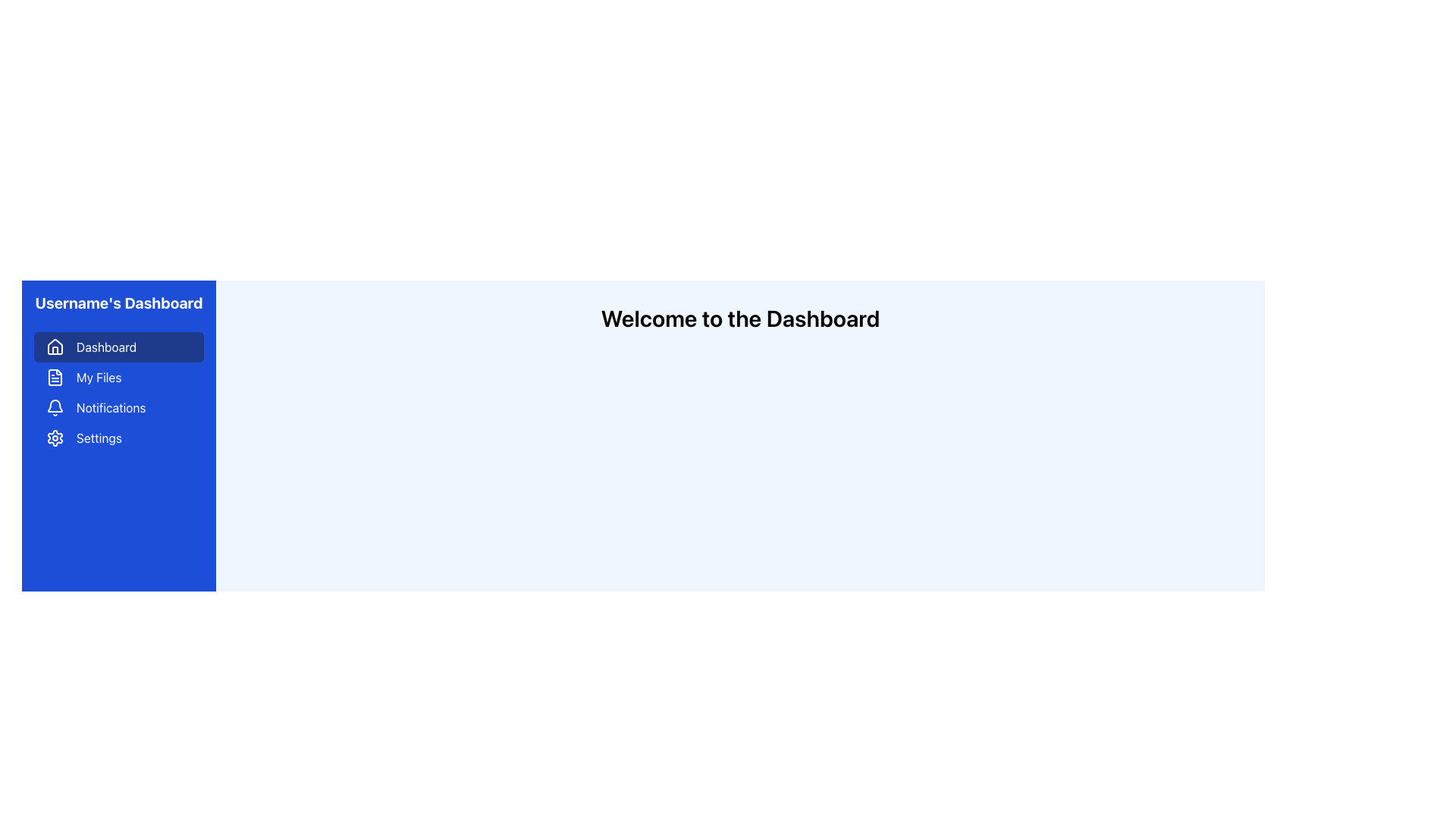  Describe the element at coordinates (118, 438) in the screenshot. I see `the 'Settings' button in the navigation menu` at that location.